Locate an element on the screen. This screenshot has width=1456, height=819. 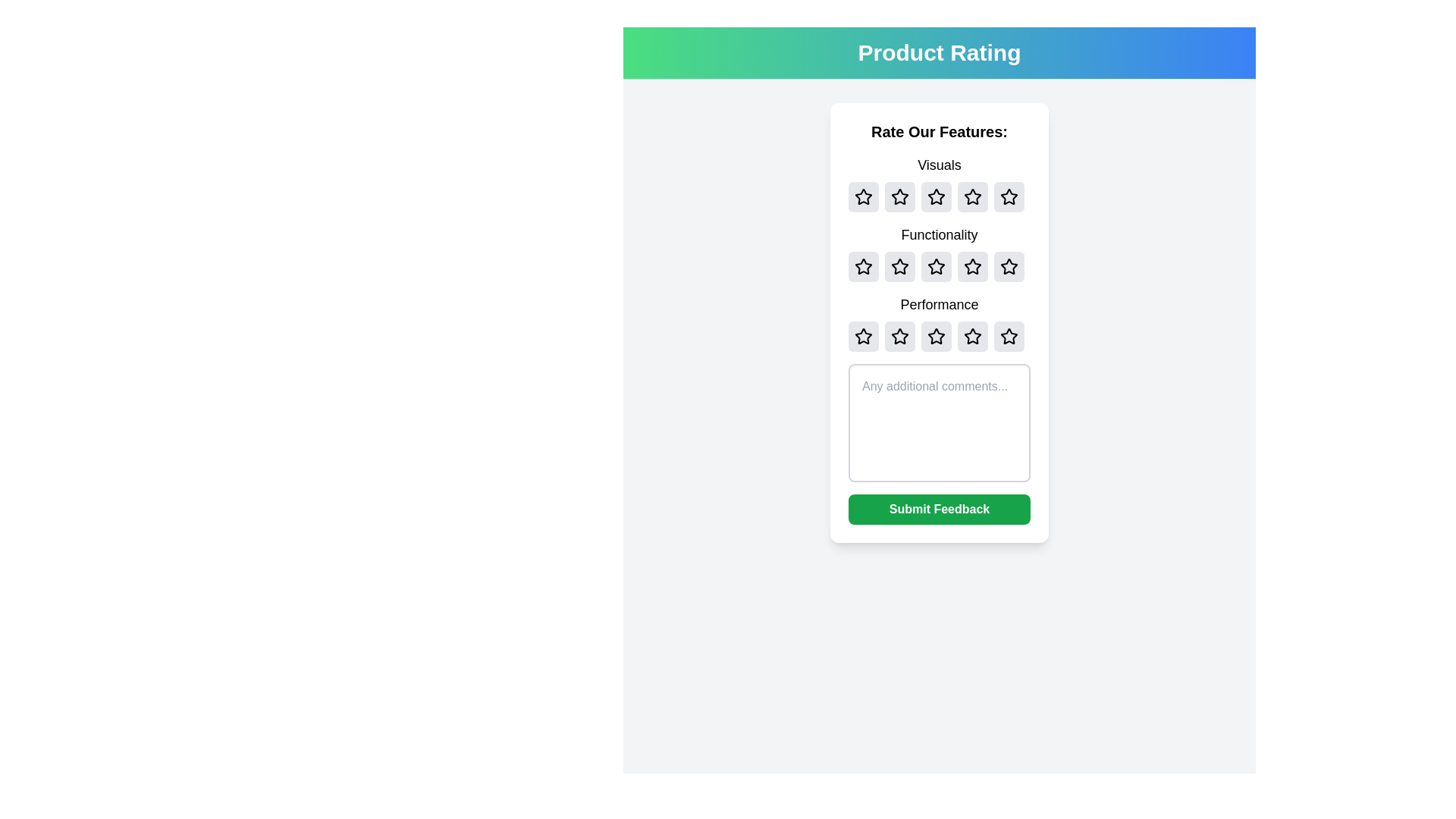
the first star in the rating section under 'Performance' to assign a rating score is located at coordinates (862, 335).